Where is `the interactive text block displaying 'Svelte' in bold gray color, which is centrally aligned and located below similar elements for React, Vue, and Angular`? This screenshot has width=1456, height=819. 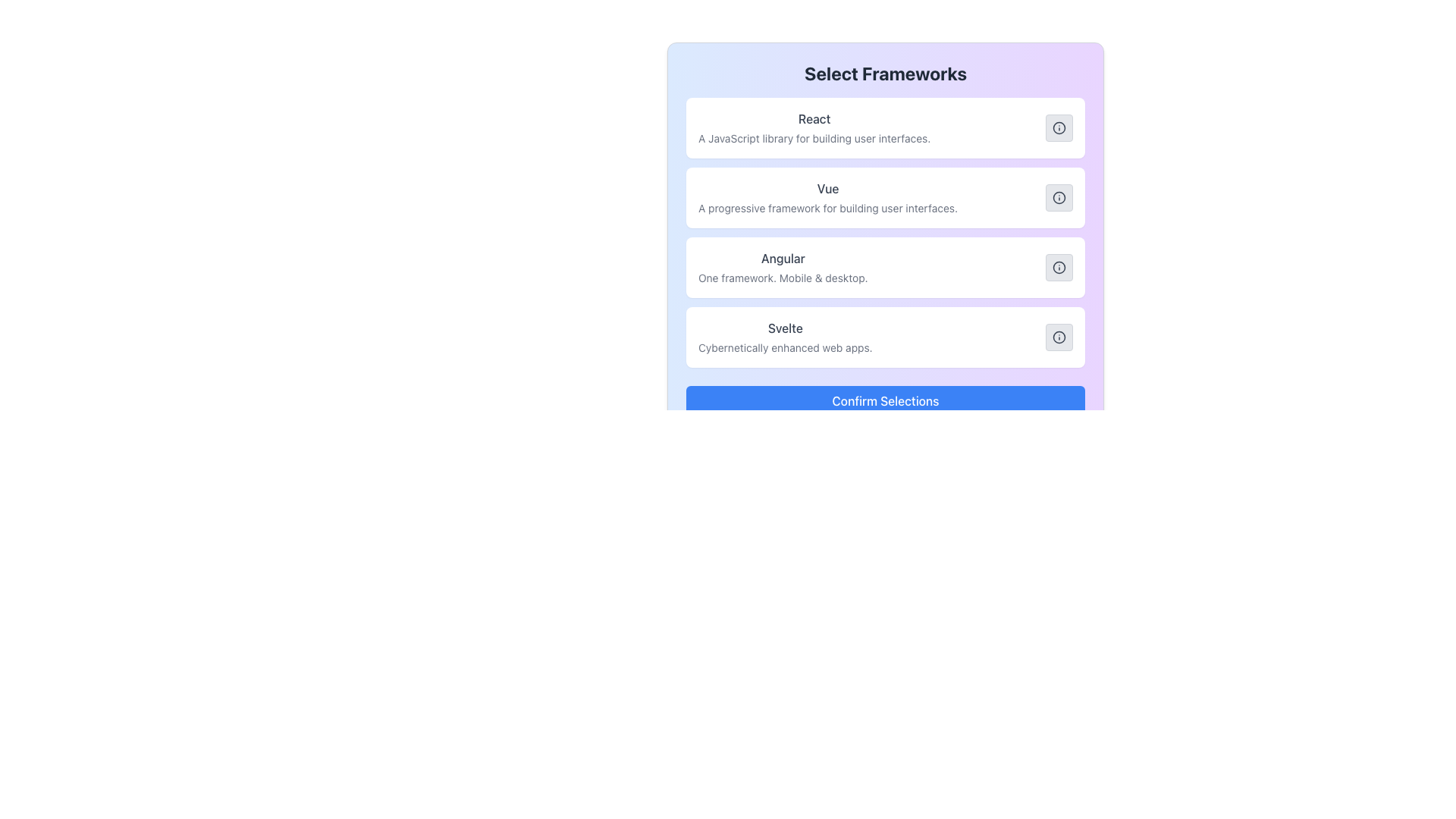
the interactive text block displaying 'Svelte' in bold gray color, which is centrally aligned and located below similar elements for React, Vue, and Angular is located at coordinates (785, 336).